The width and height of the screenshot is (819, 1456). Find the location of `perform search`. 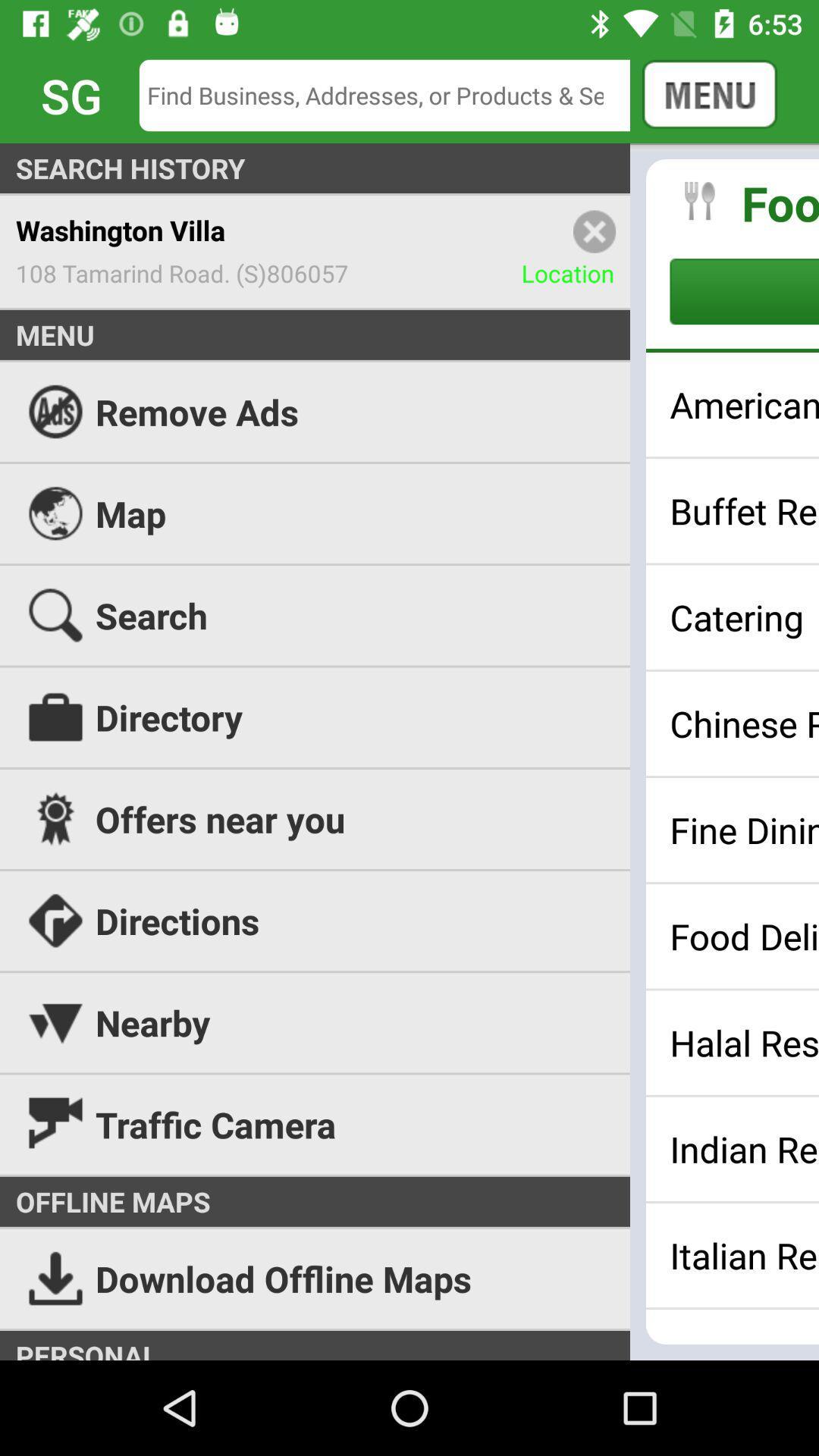

perform search is located at coordinates (395, 94).